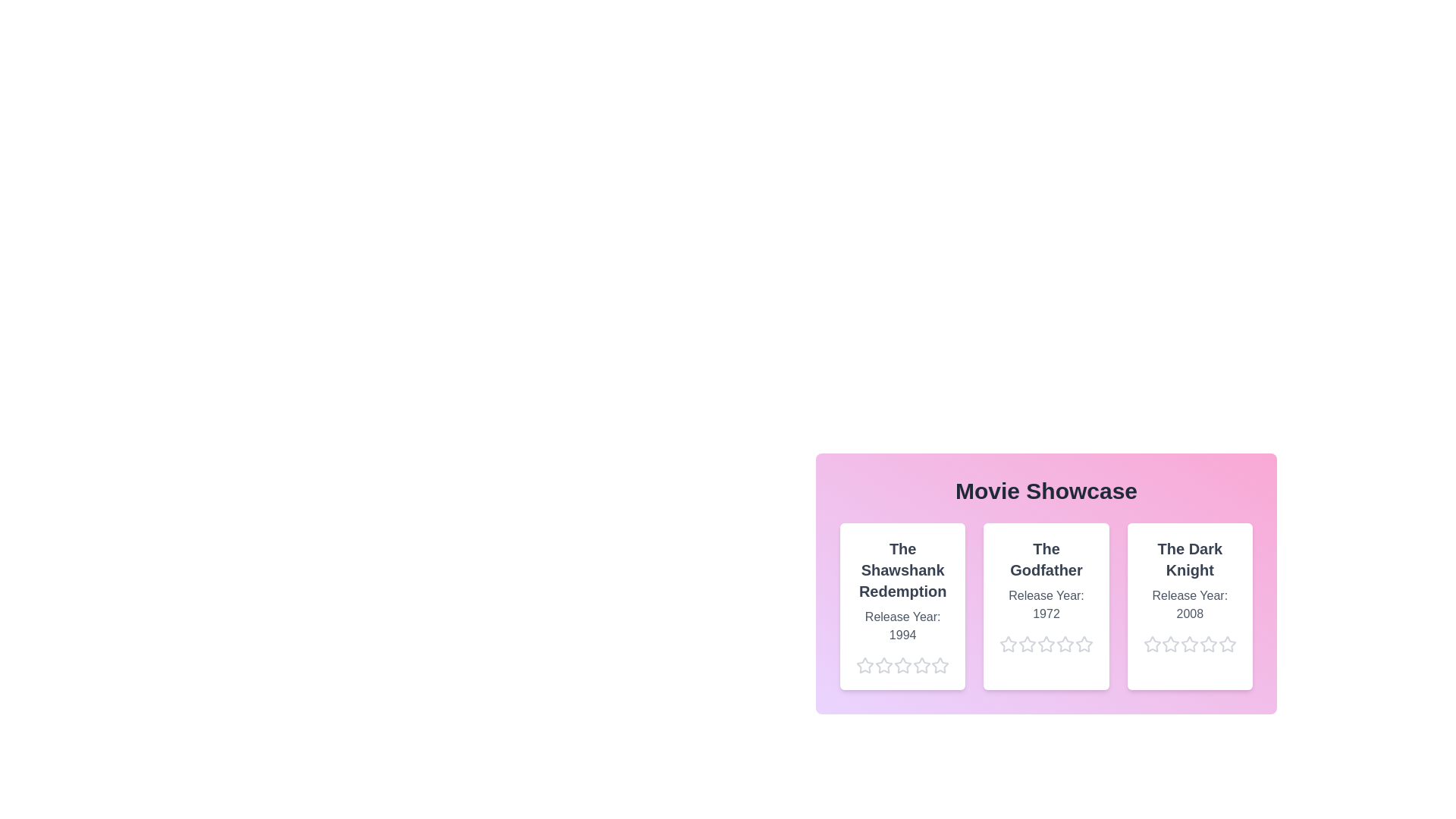  What do you see at coordinates (1161, 644) in the screenshot?
I see `the star corresponding to 2 stars for the movie The Dark Knight` at bounding box center [1161, 644].